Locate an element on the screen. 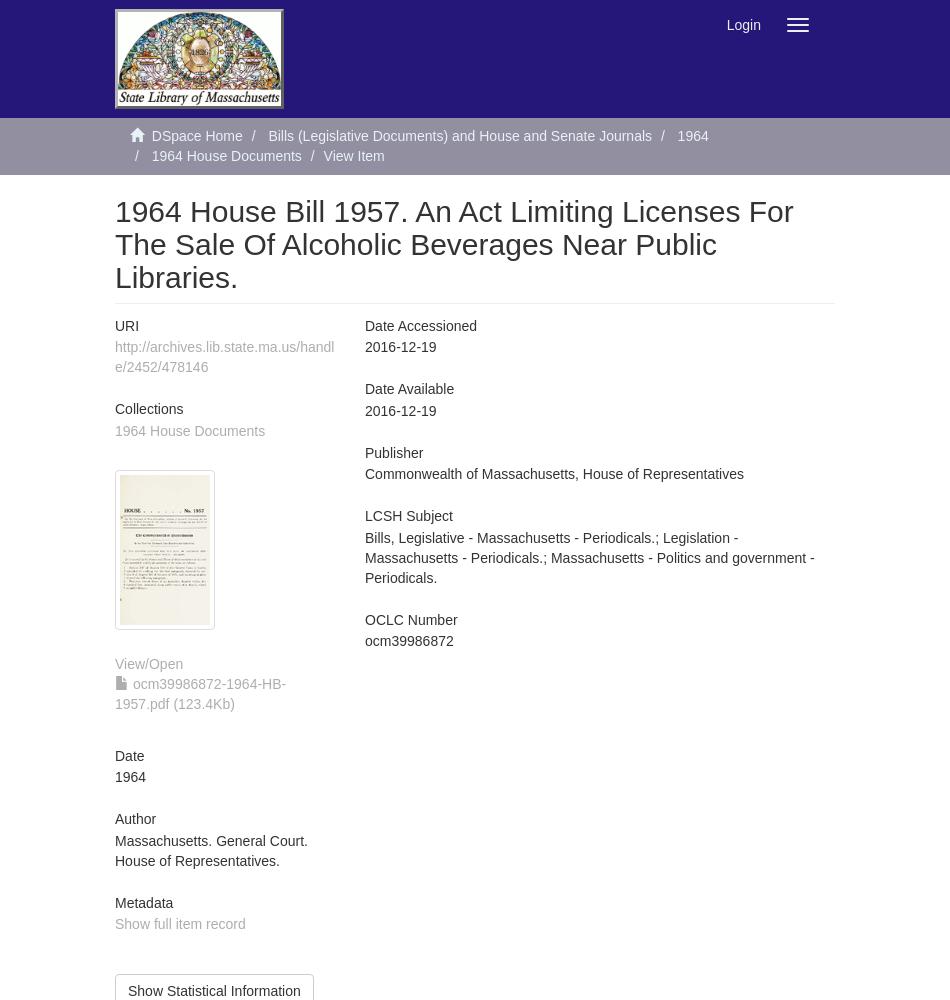 This screenshot has width=950, height=1000. 'ocm39986872-1964-HB-1957.pdf (123.4Kb)' is located at coordinates (115, 692).